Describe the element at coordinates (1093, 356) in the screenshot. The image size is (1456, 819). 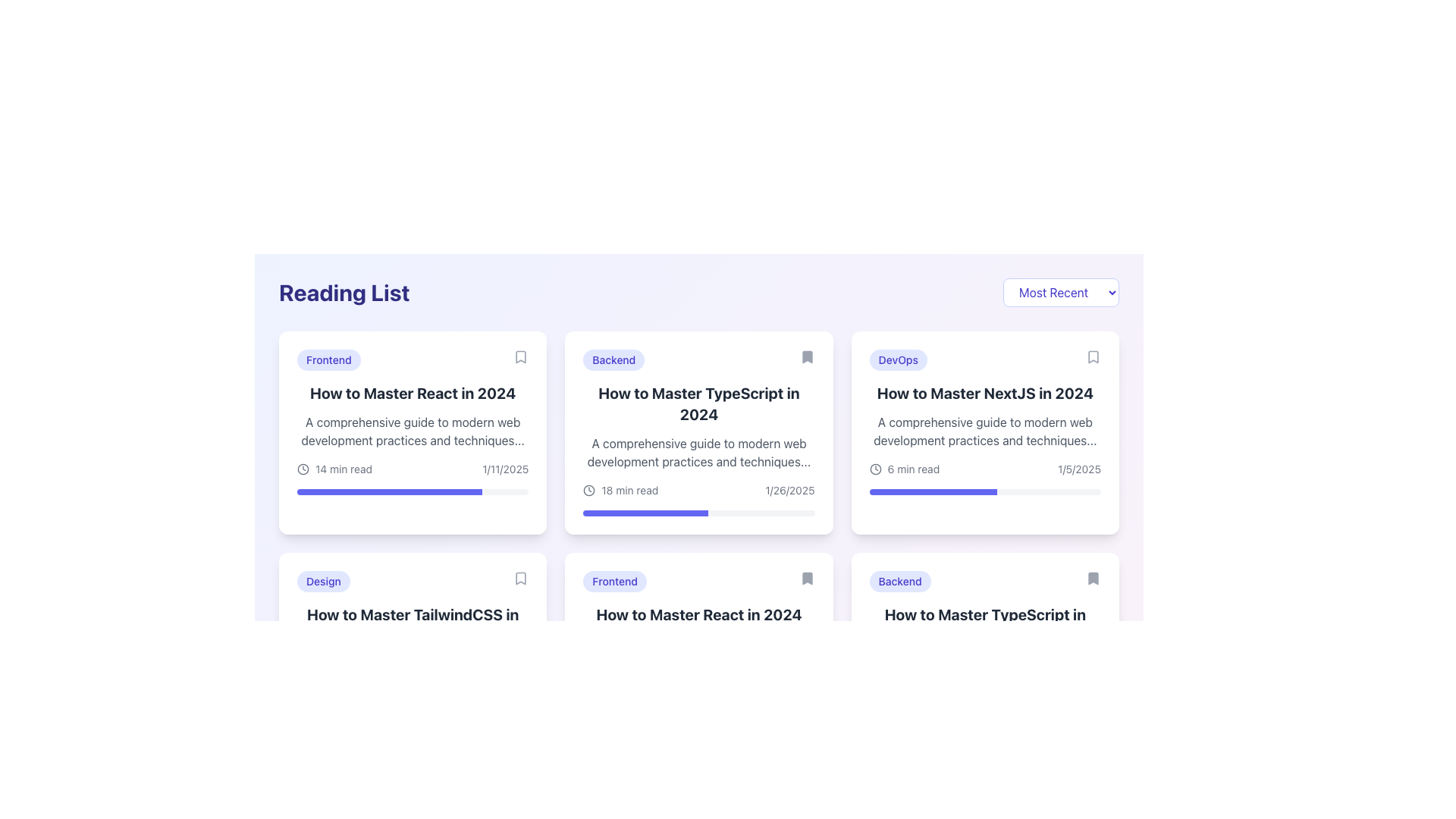
I see `the bookmark icon located in the top-right corner of the card titled 'How to Master NextJS in 2024'` at that location.